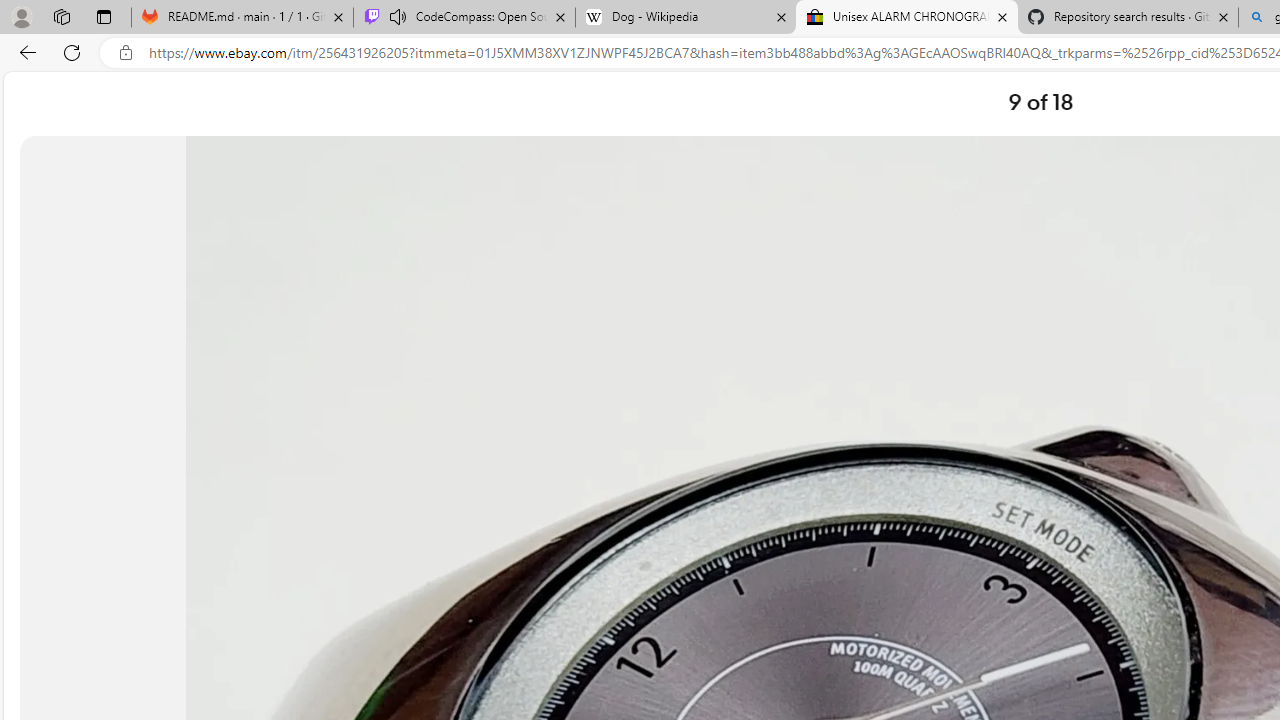 The image size is (1280, 720). Describe the element at coordinates (398, 16) in the screenshot. I see `'Mute tab'` at that location.